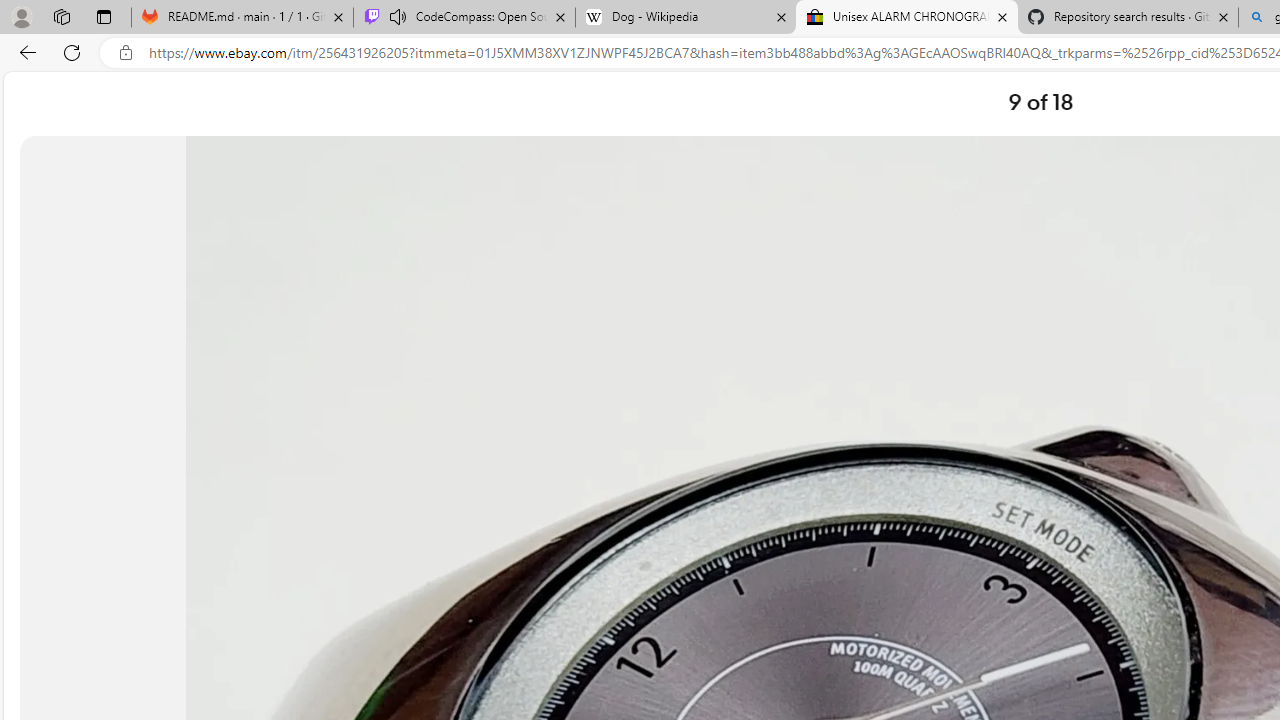 The image size is (1280, 720). Describe the element at coordinates (398, 16) in the screenshot. I see `'Mute tab'` at that location.